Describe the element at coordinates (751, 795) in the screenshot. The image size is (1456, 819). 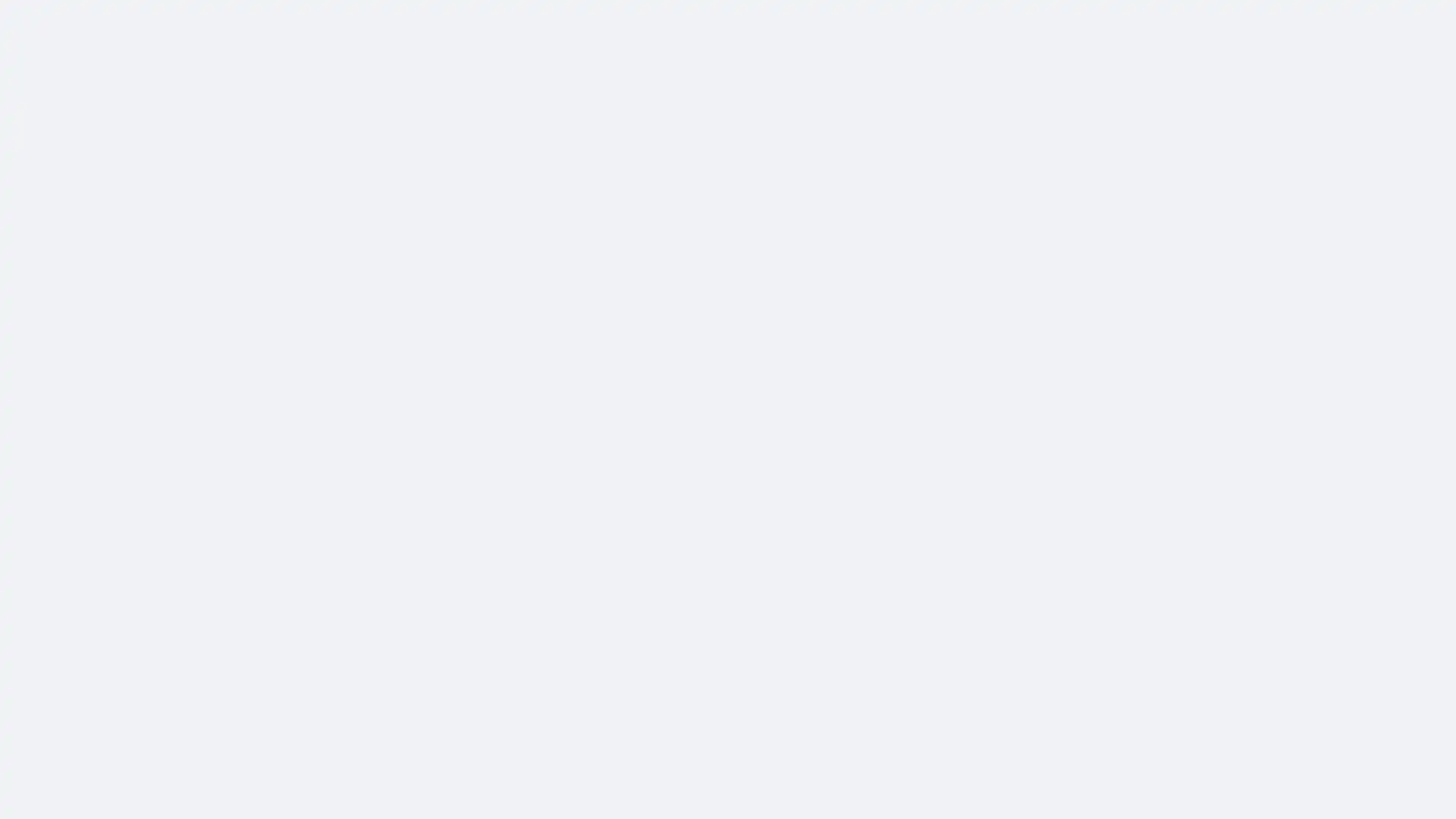
I see `Like` at that location.